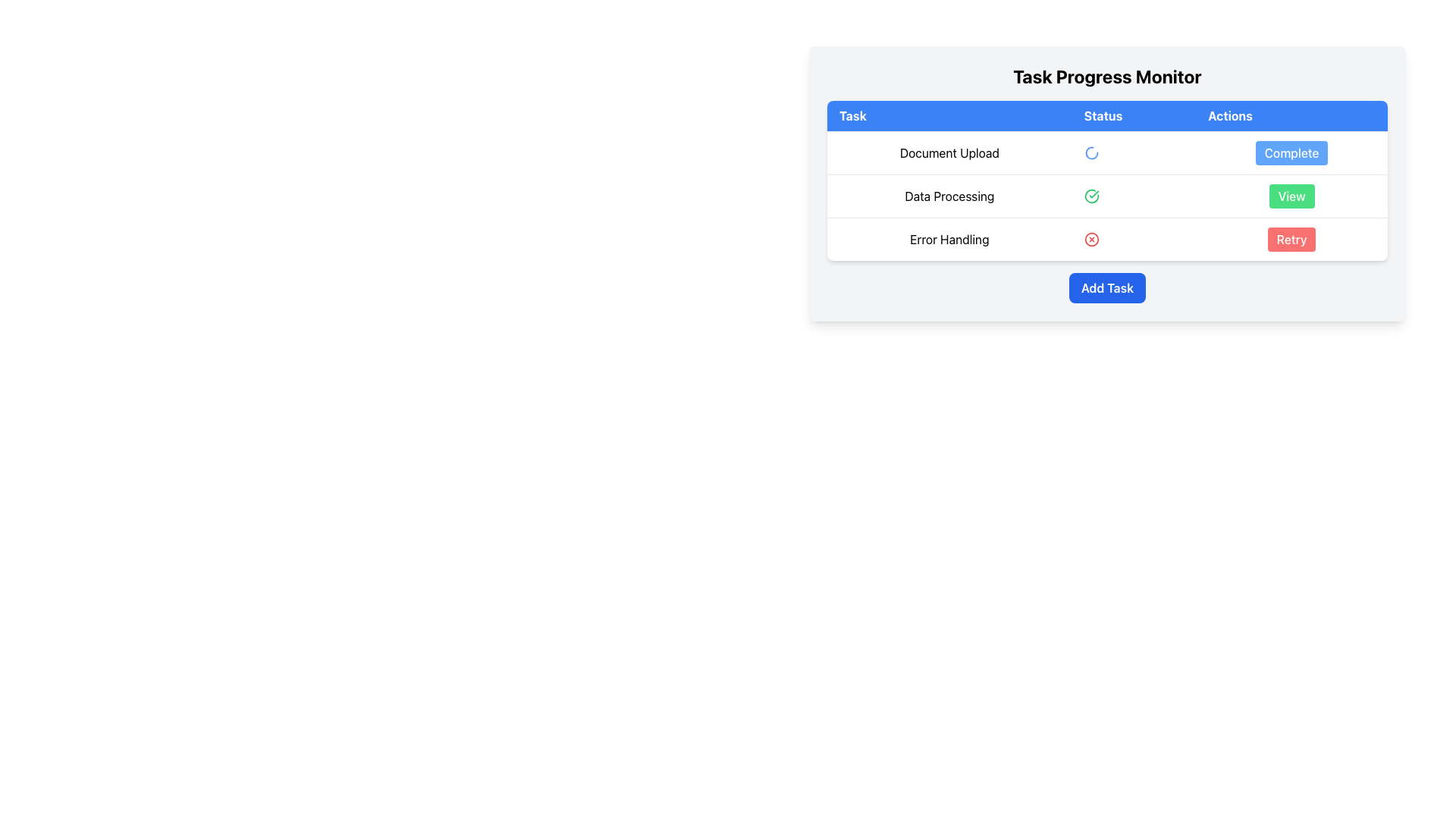  What do you see at coordinates (949, 152) in the screenshot?
I see `the 'Document Upload' text label, which is the first item in the 'Task' column of the table-like layout` at bounding box center [949, 152].